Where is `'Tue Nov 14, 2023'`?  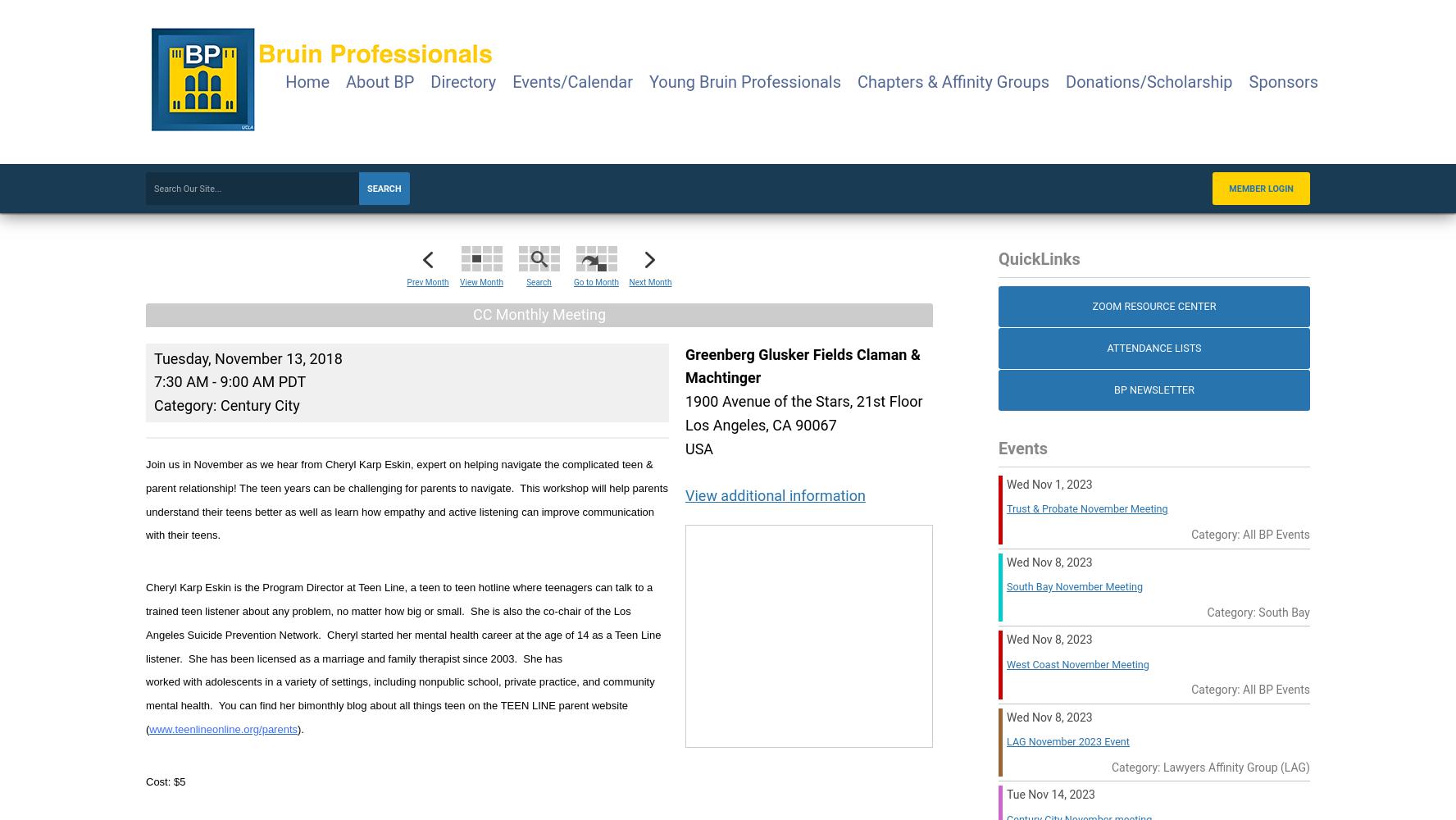
'Tue Nov 14, 2023' is located at coordinates (1050, 794).